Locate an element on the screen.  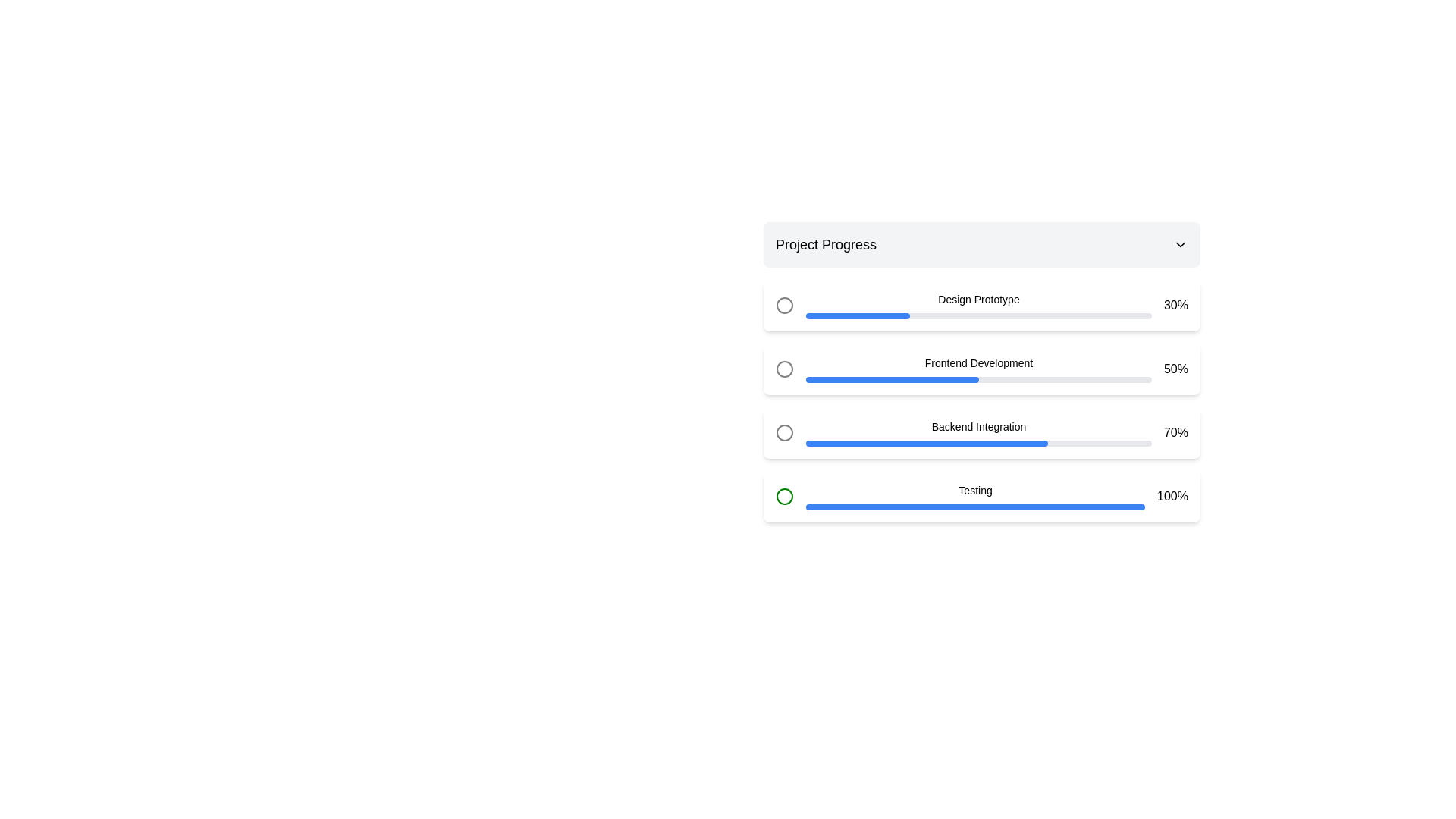
the progress completion percentage of the progress indicator labeled 'Testing', which is the fourth item in the list and shows a 100% completion with a green icon and blue progress bar is located at coordinates (982, 497).